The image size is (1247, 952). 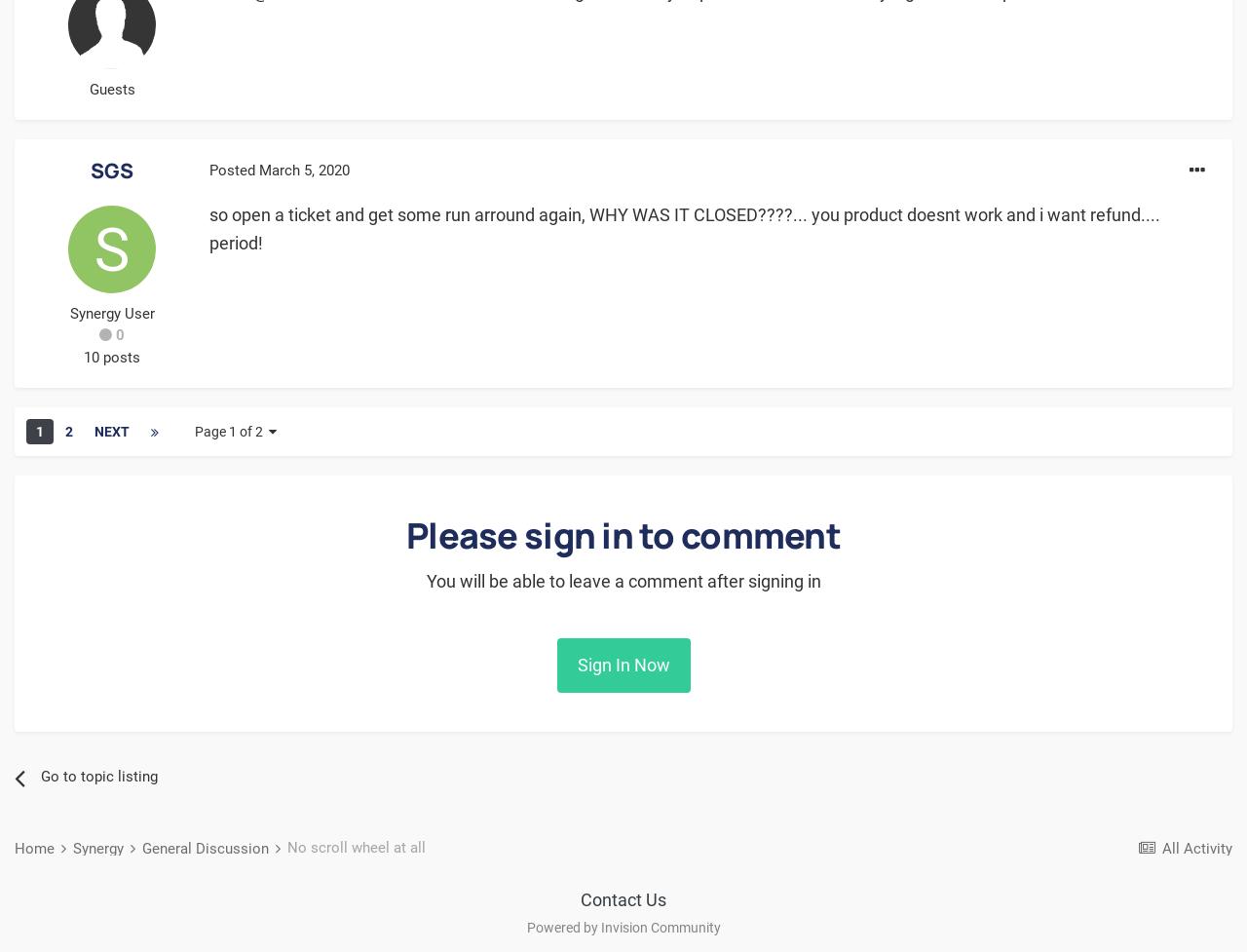 What do you see at coordinates (234, 169) in the screenshot?
I see `'Posted'` at bounding box center [234, 169].